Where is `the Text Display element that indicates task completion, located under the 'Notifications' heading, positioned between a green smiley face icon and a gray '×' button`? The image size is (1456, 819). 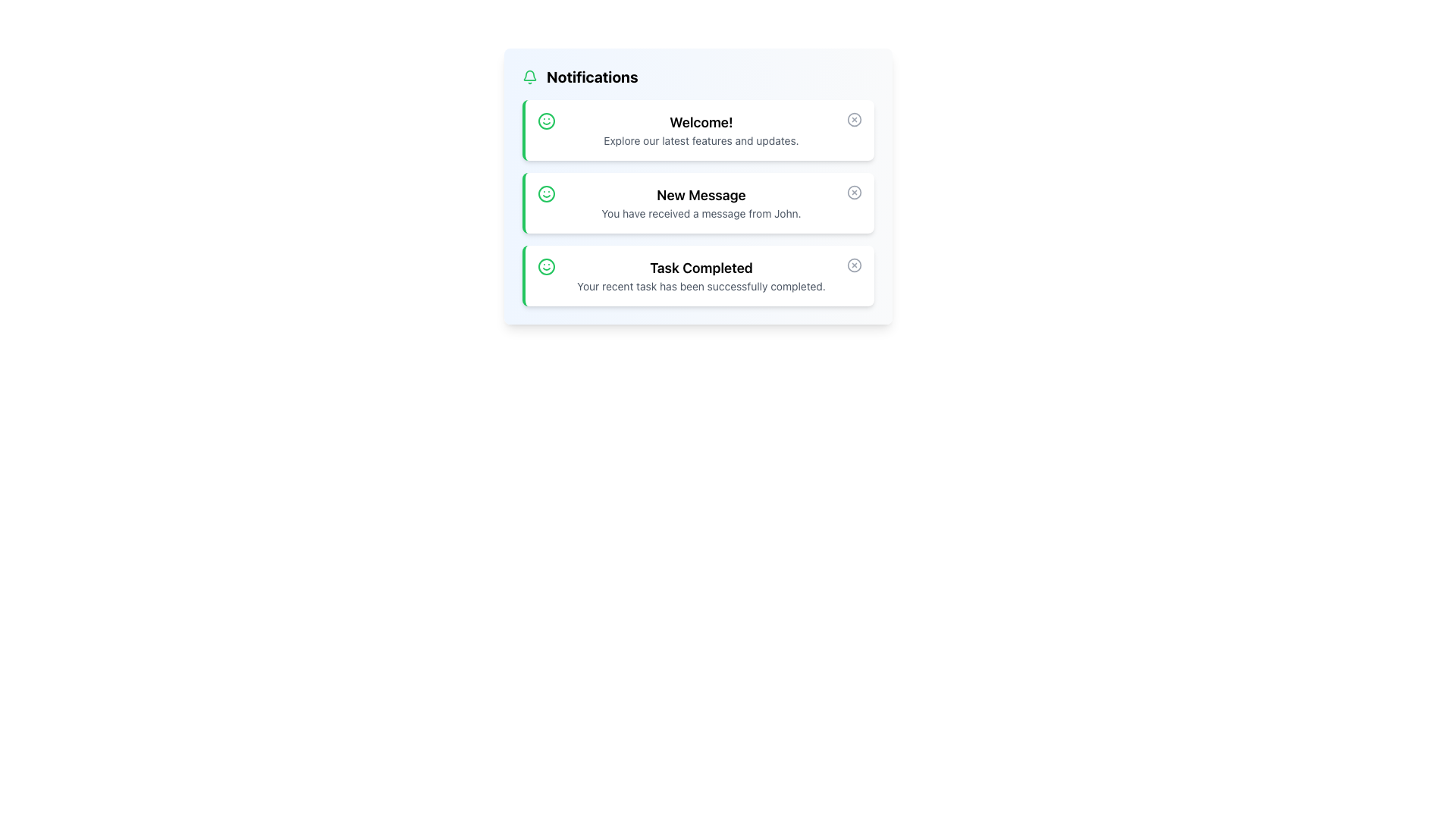
the Text Display element that indicates task completion, located under the 'Notifications' heading, positioned between a green smiley face icon and a gray '×' button is located at coordinates (701, 275).